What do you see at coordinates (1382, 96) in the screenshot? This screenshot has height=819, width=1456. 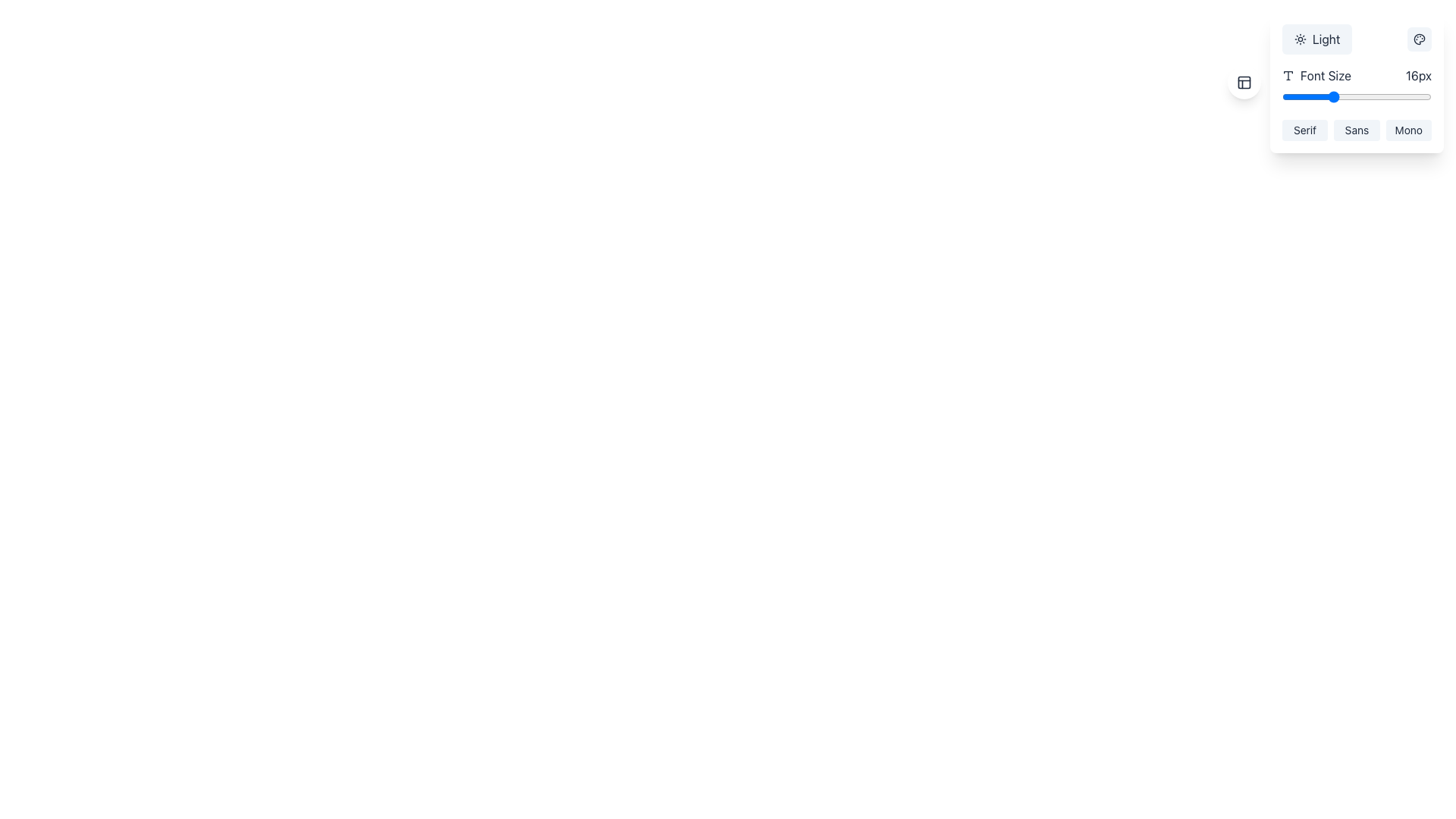 I see `the font size` at bounding box center [1382, 96].